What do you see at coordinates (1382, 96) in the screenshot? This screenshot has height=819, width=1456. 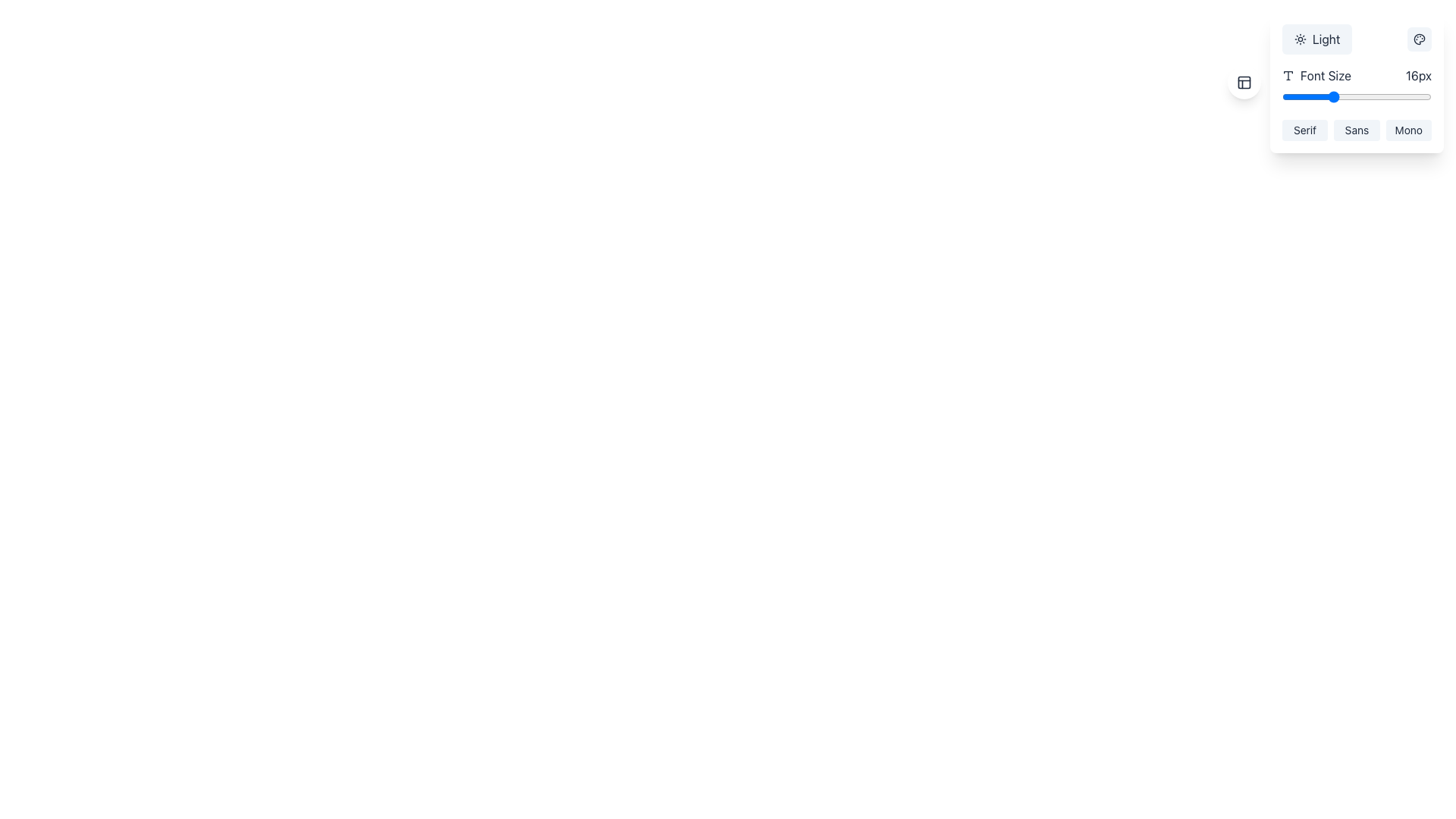 I see `the font size` at bounding box center [1382, 96].